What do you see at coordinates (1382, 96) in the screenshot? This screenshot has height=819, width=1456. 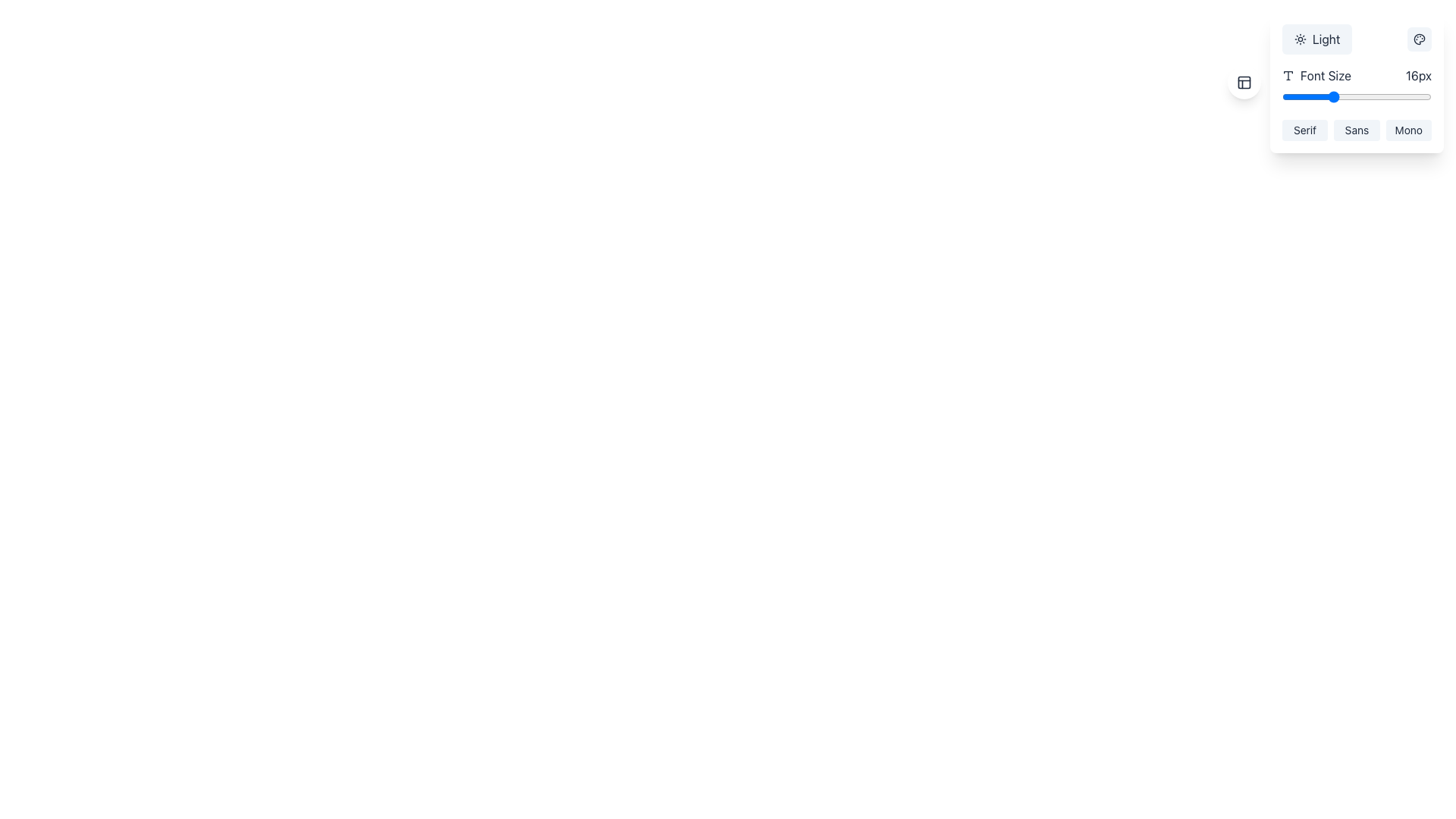 I see `the font size` at bounding box center [1382, 96].